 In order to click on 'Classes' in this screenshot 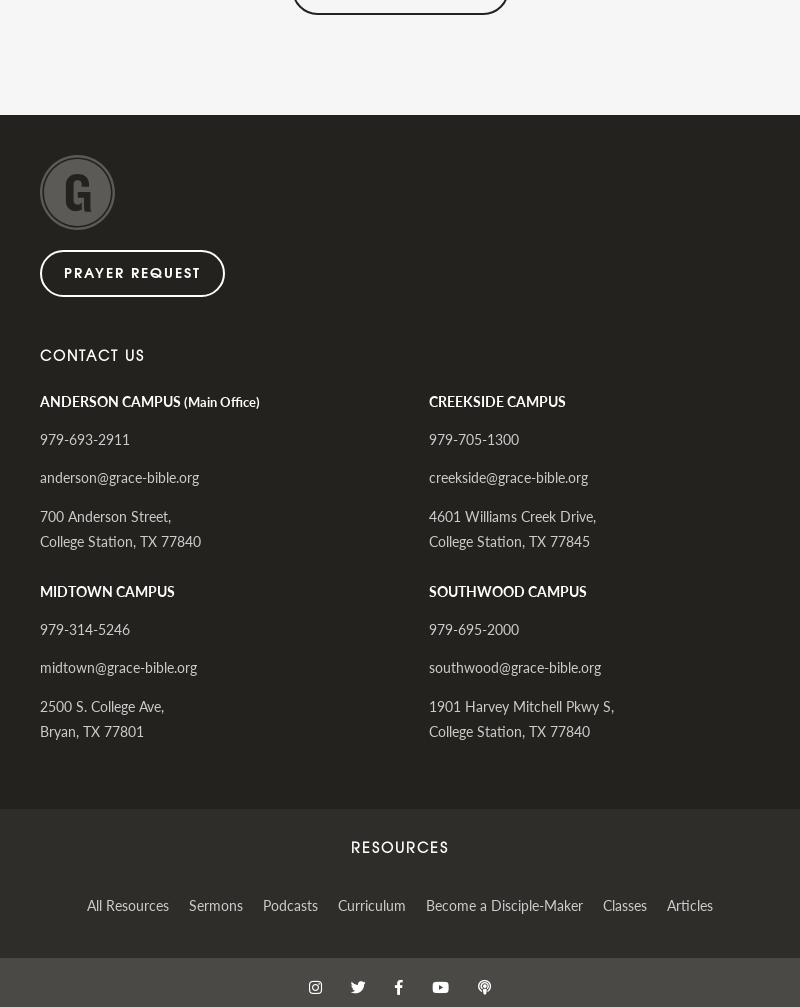, I will do `click(624, 902)`.